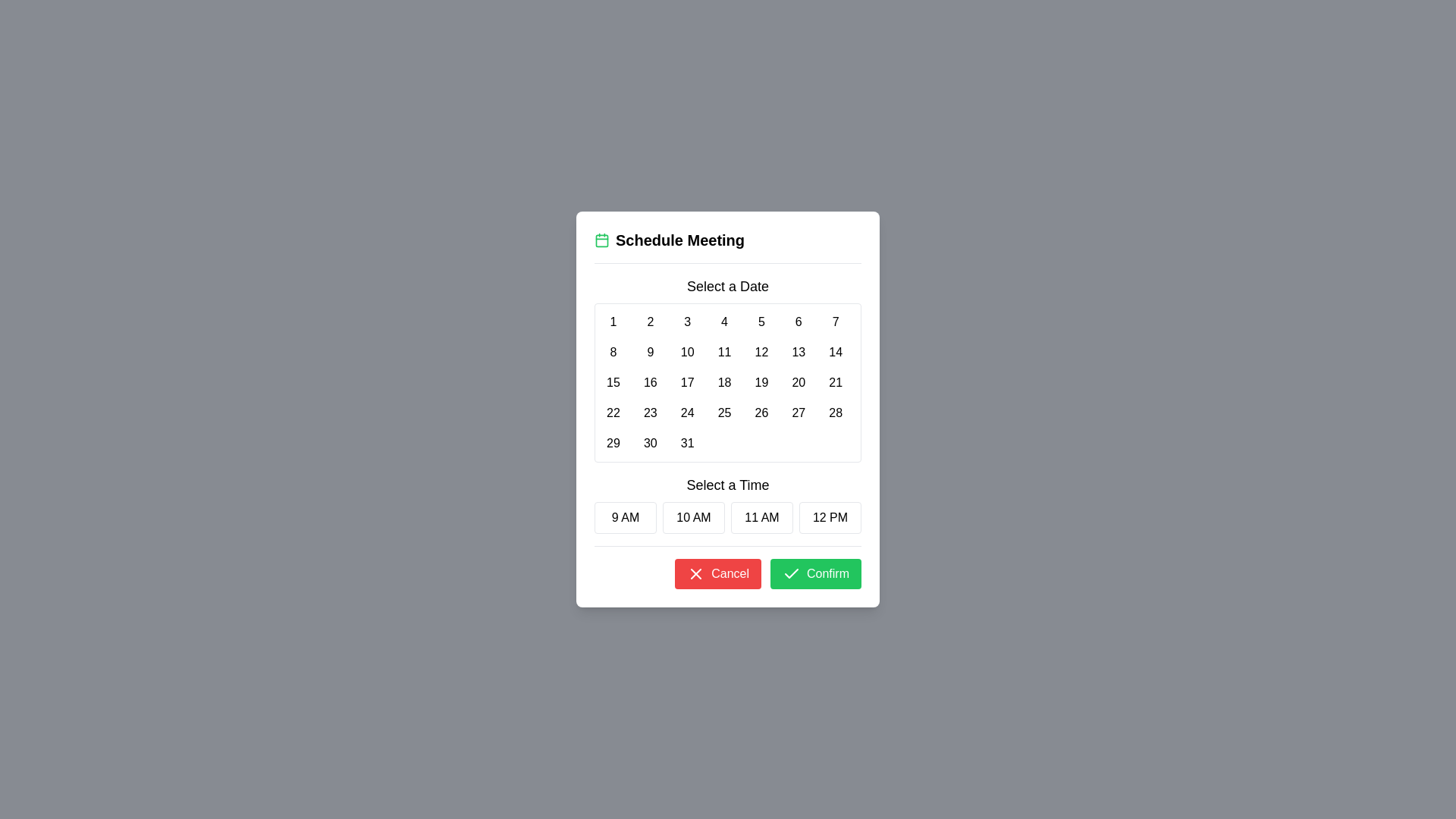  What do you see at coordinates (835, 382) in the screenshot?
I see `the date selection button for the 21st in the displayed month within the 'Schedule Meeting' modal` at bounding box center [835, 382].